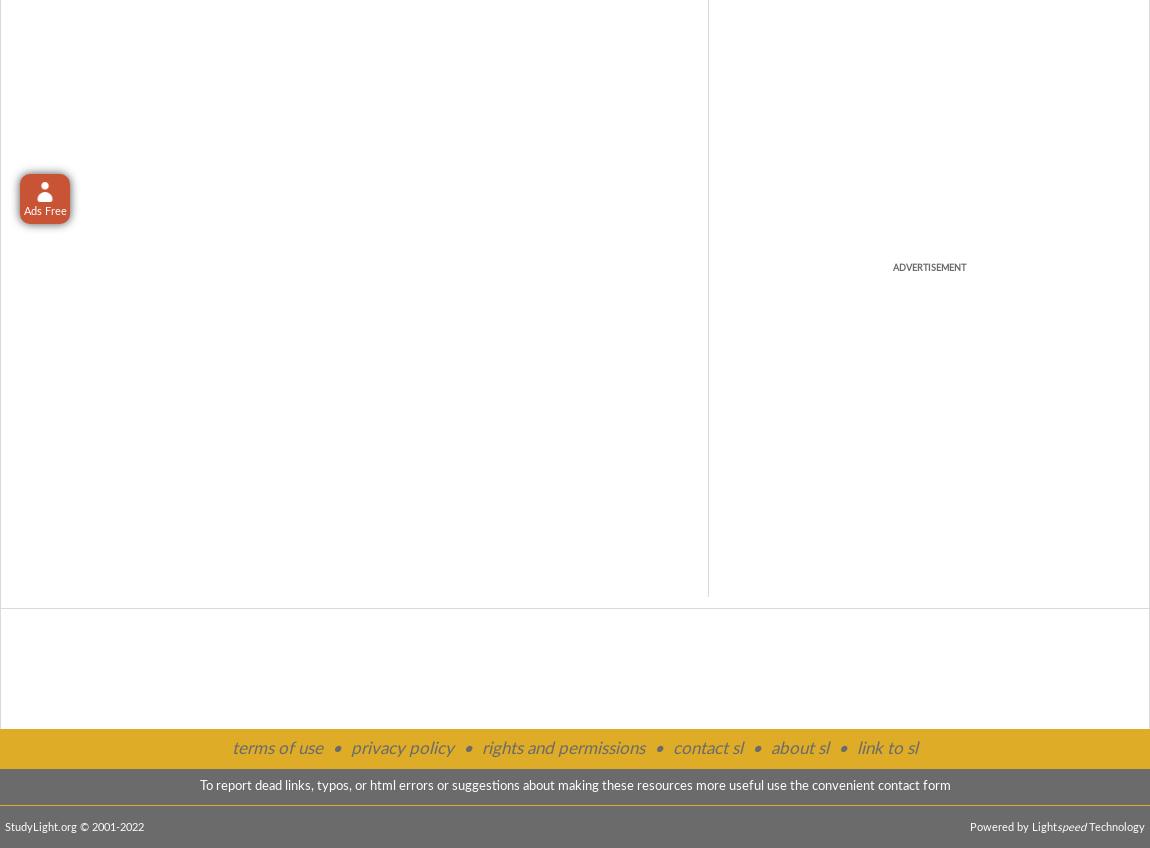 The width and height of the screenshot is (1150, 848). What do you see at coordinates (563, 747) in the screenshot?
I see `'rights and permissions'` at bounding box center [563, 747].